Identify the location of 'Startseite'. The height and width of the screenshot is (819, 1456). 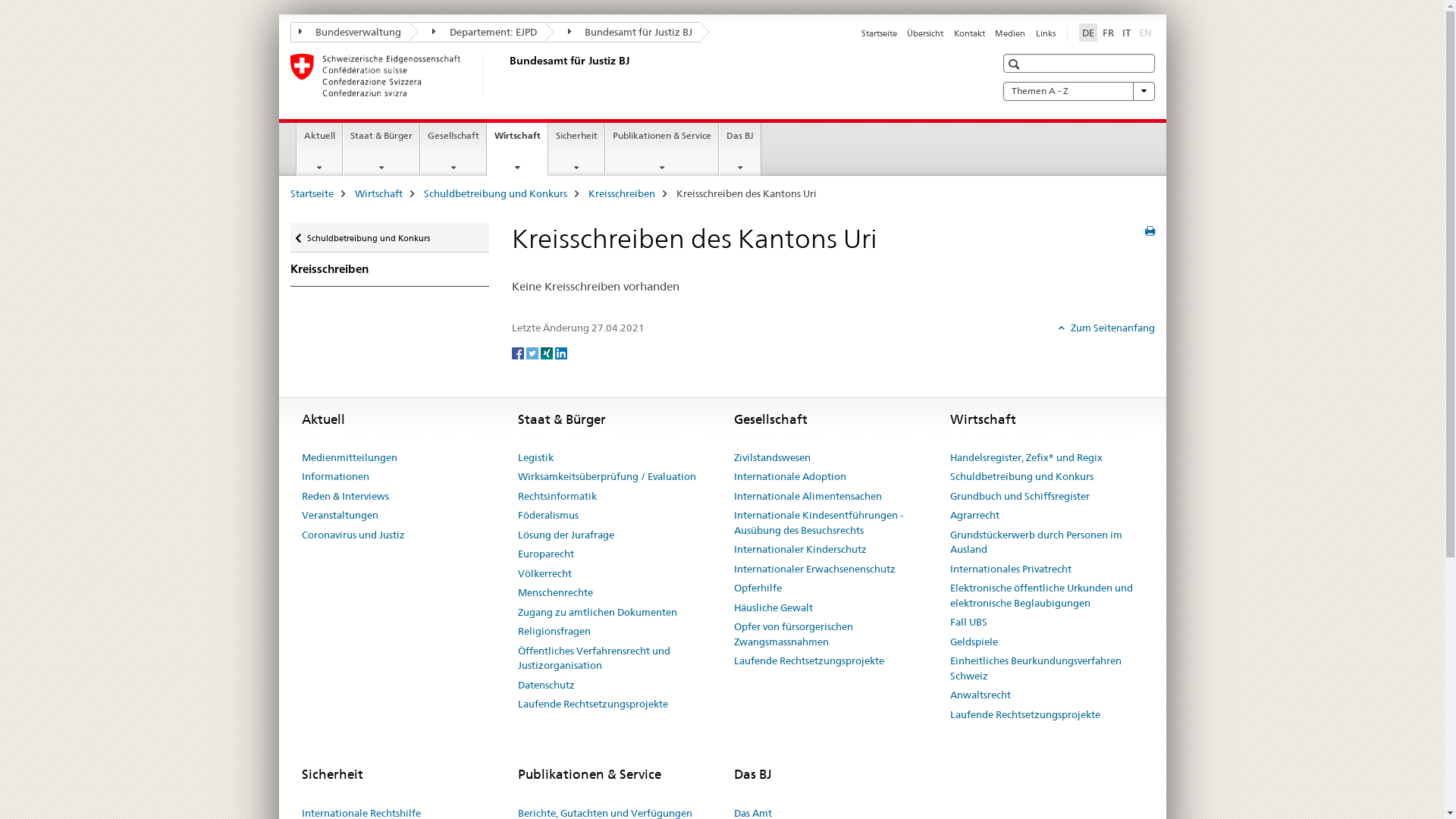
(290, 192).